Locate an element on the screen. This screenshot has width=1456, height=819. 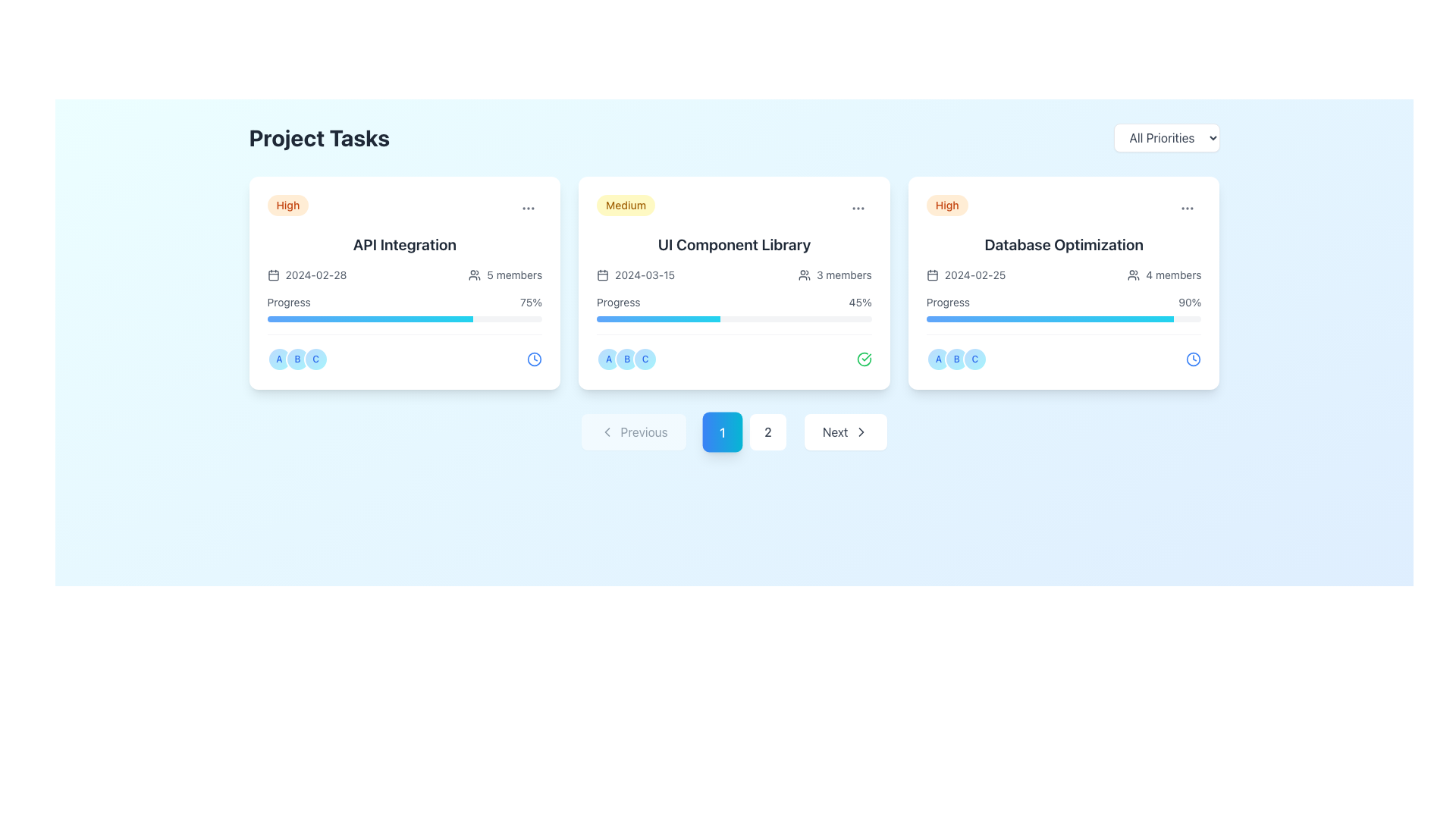
the circular icon with three vertically aligned dots located to the far right of the 'Database Optimization' card in the task list layout is located at coordinates (1187, 208).